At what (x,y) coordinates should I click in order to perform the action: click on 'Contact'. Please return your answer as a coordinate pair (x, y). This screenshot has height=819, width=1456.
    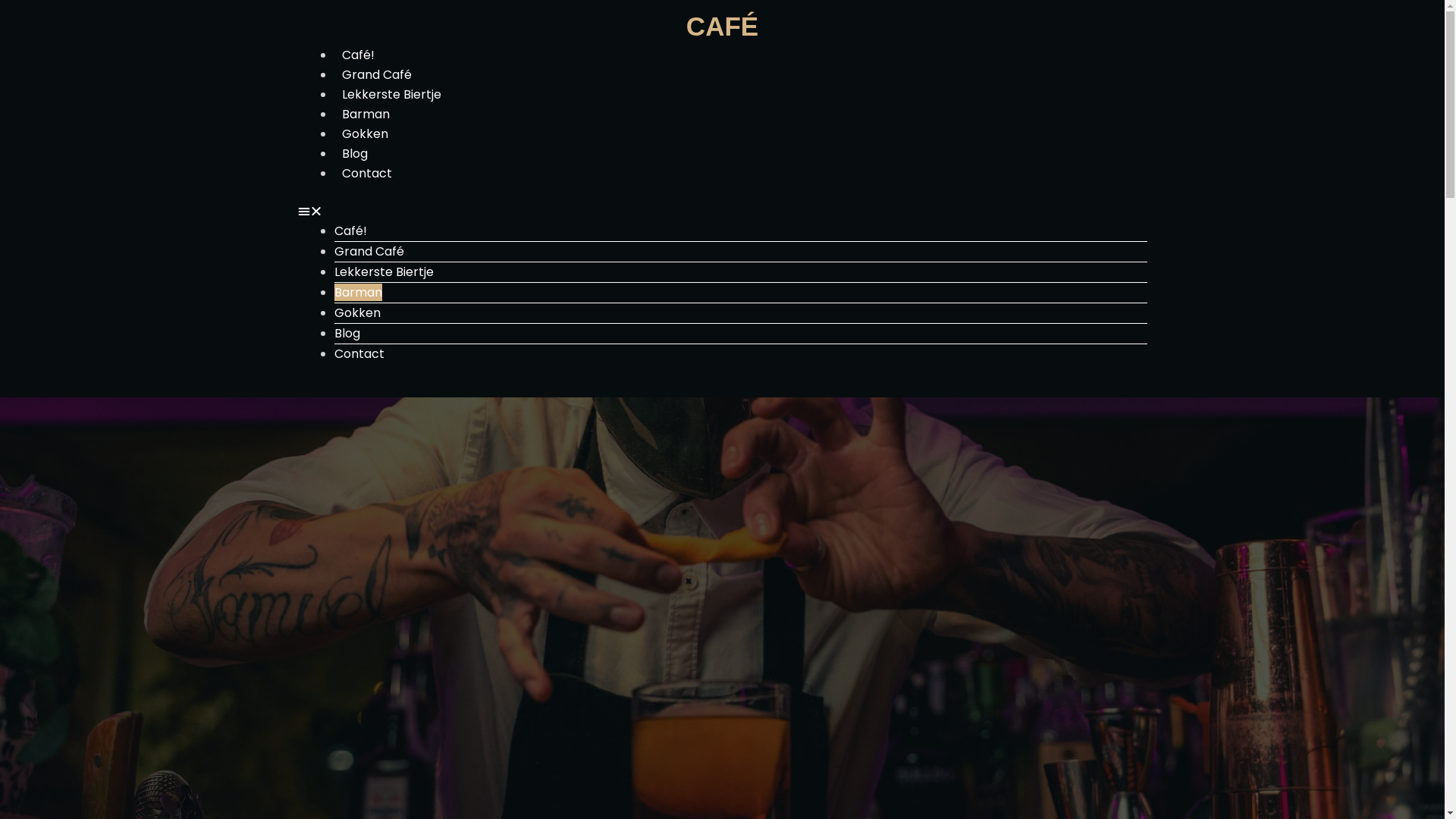
    Looking at the image, I should click on (358, 353).